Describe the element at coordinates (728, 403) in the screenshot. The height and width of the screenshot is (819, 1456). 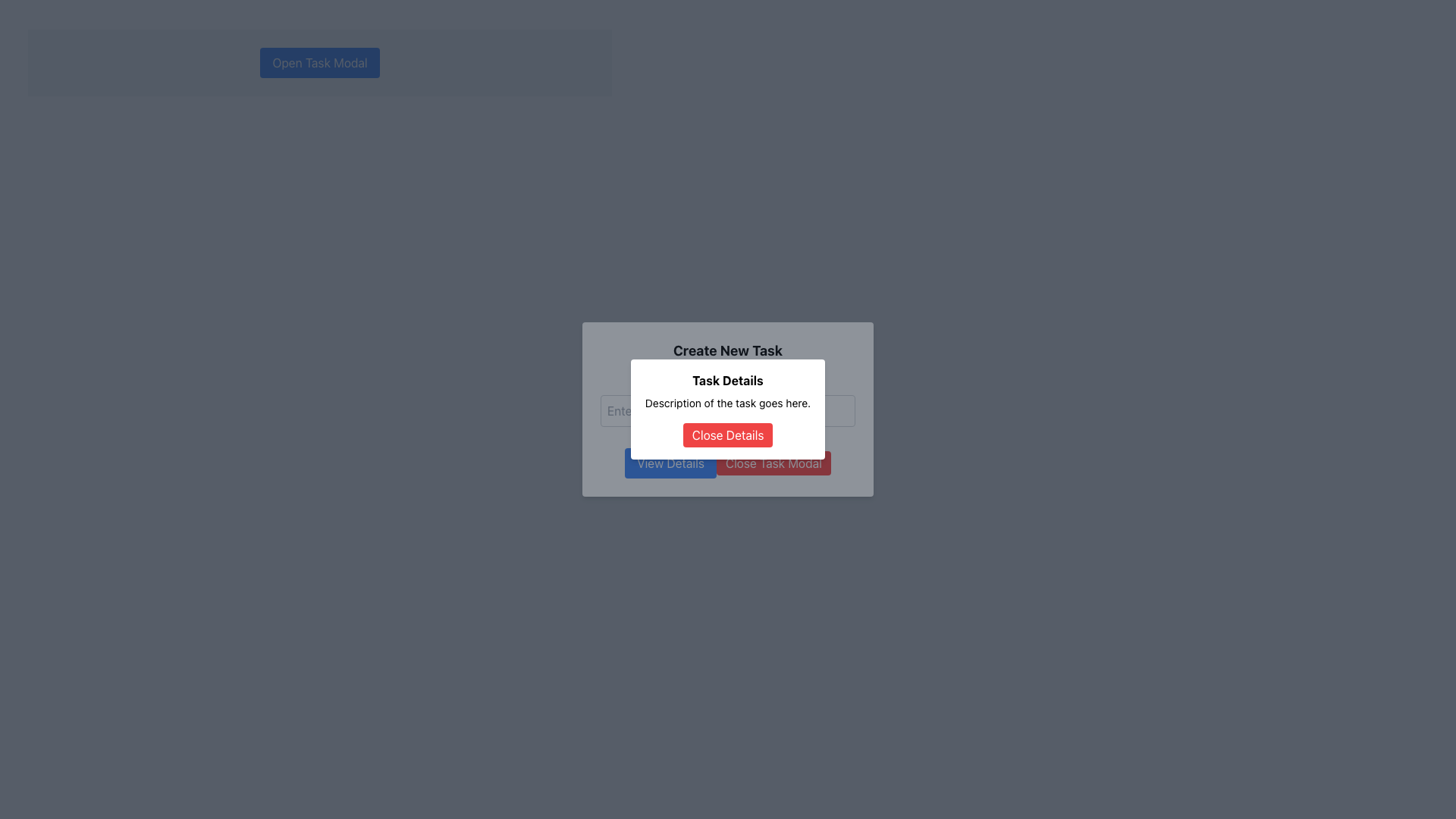
I see `the text label that reads 'Description of the task goes here.' located within the 'Task Details' modal, positioned below the title and above the 'Close Details' button` at that location.